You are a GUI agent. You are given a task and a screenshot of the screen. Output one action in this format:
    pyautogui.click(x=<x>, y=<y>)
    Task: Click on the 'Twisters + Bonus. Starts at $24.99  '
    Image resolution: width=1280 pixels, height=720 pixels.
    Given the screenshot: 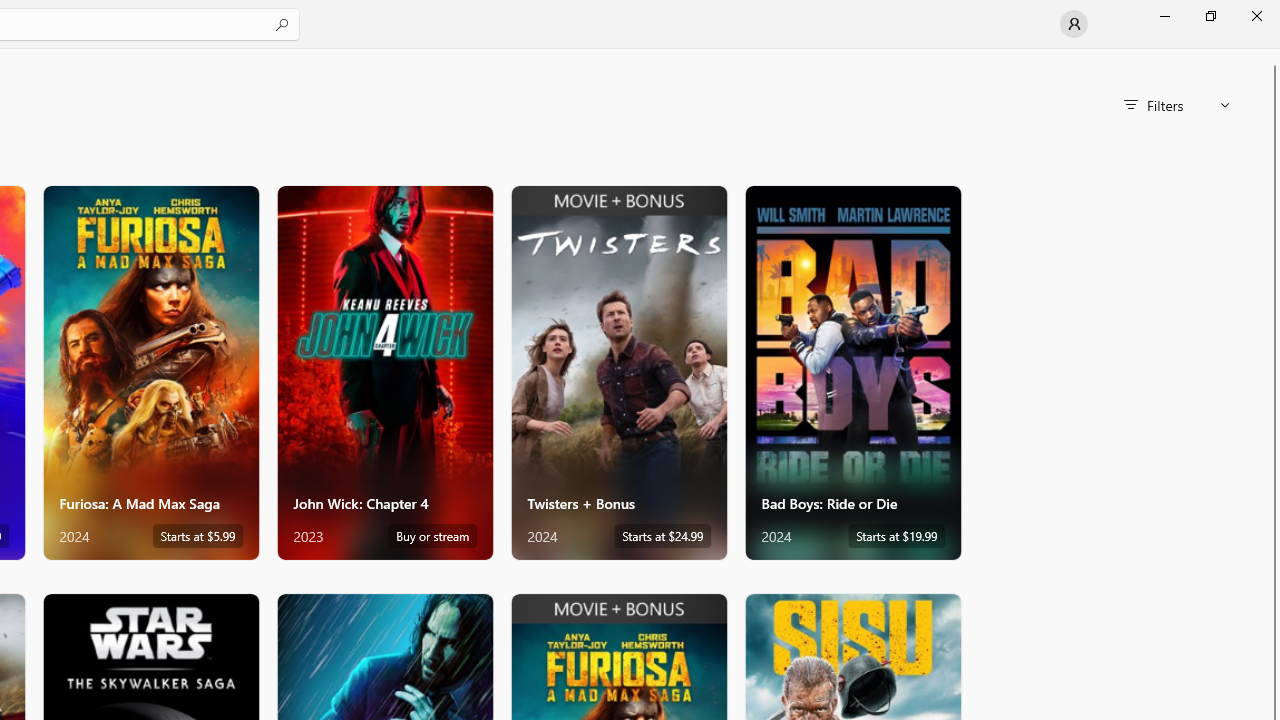 What is the action you would take?
    pyautogui.click(x=617, y=372)
    